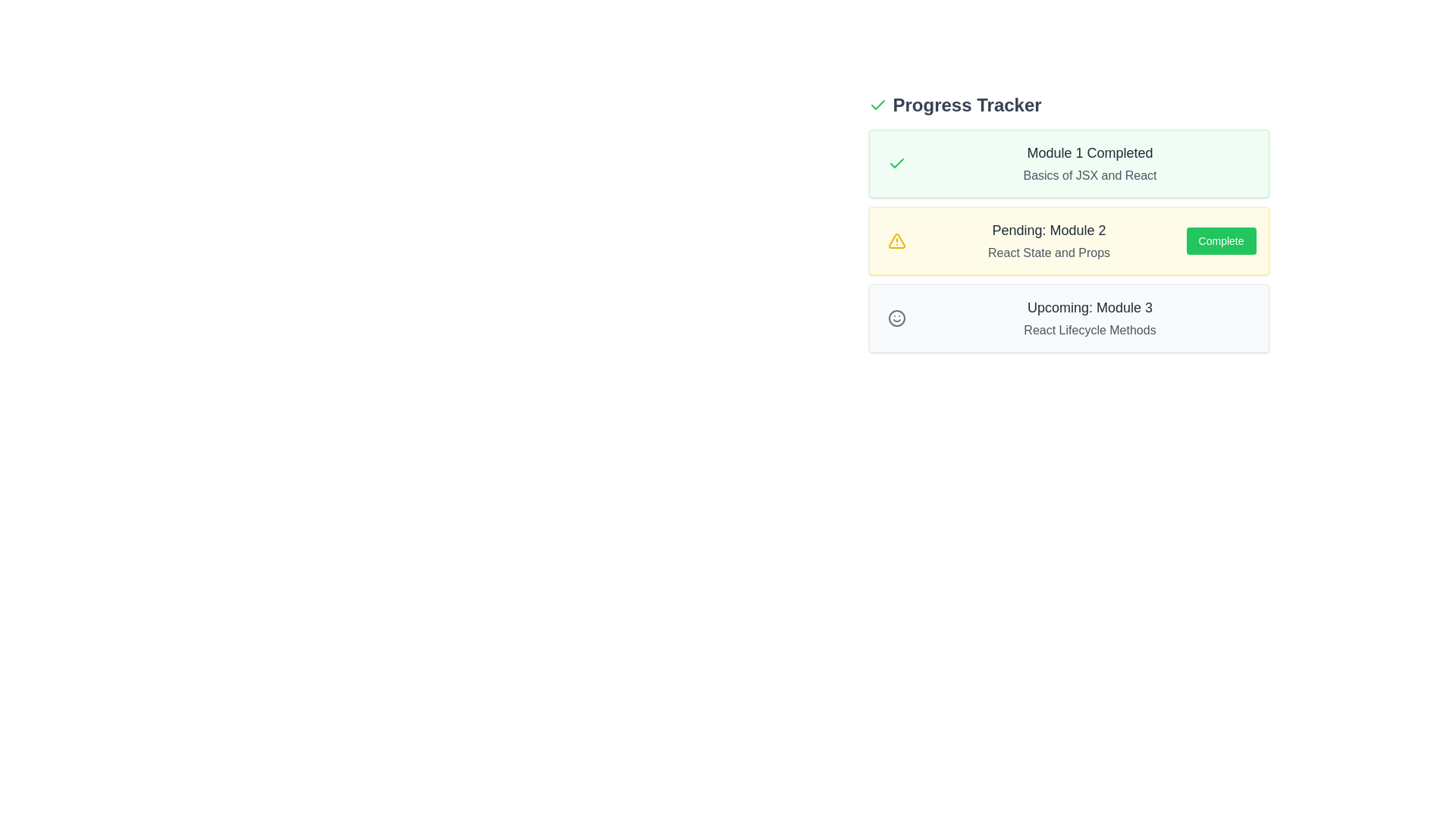  What do you see at coordinates (966, 104) in the screenshot?
I see `the progress tracker title label` at bounding box center [966, 104].